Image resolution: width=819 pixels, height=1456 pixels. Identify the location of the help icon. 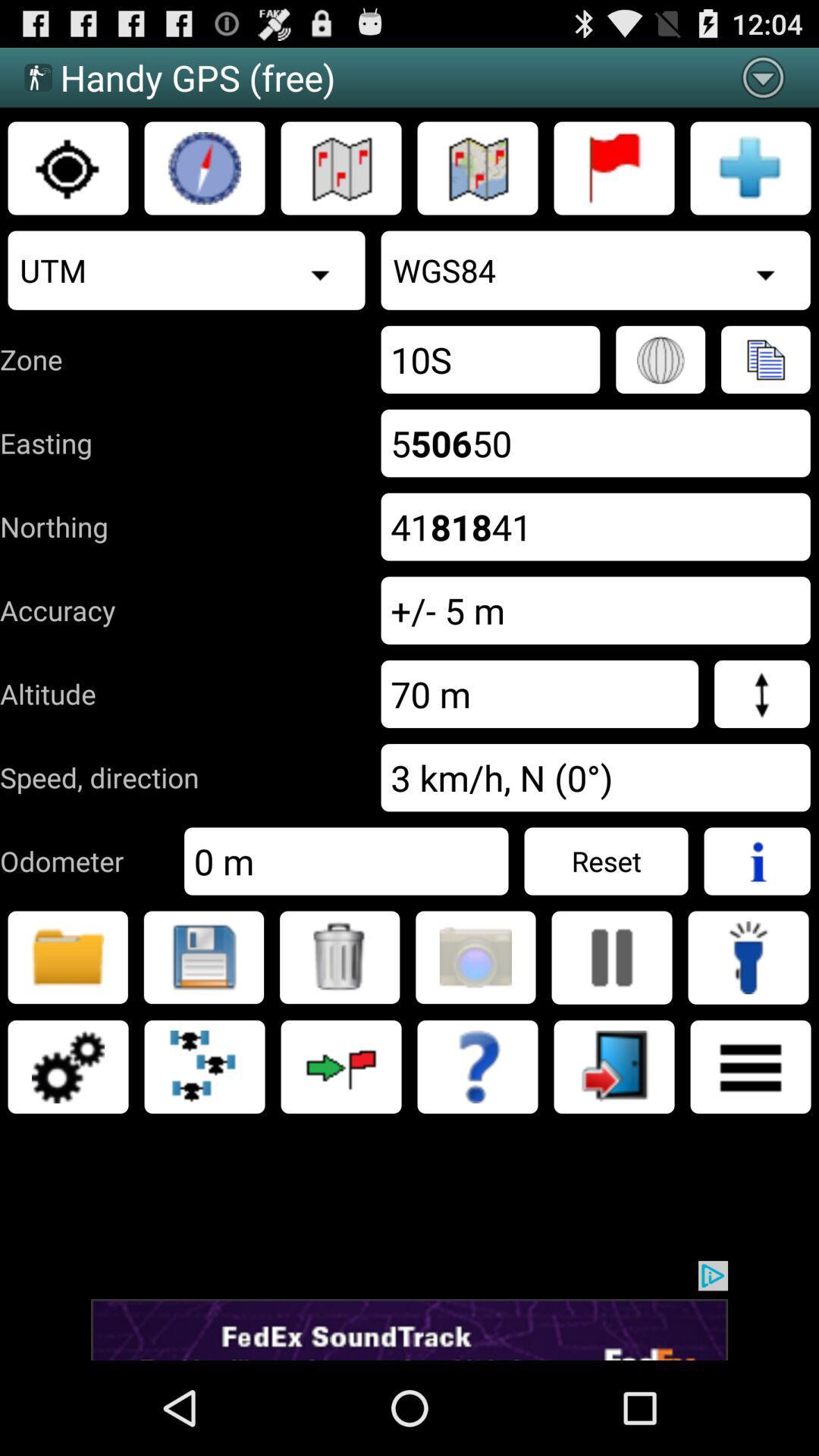
(476, 1141).